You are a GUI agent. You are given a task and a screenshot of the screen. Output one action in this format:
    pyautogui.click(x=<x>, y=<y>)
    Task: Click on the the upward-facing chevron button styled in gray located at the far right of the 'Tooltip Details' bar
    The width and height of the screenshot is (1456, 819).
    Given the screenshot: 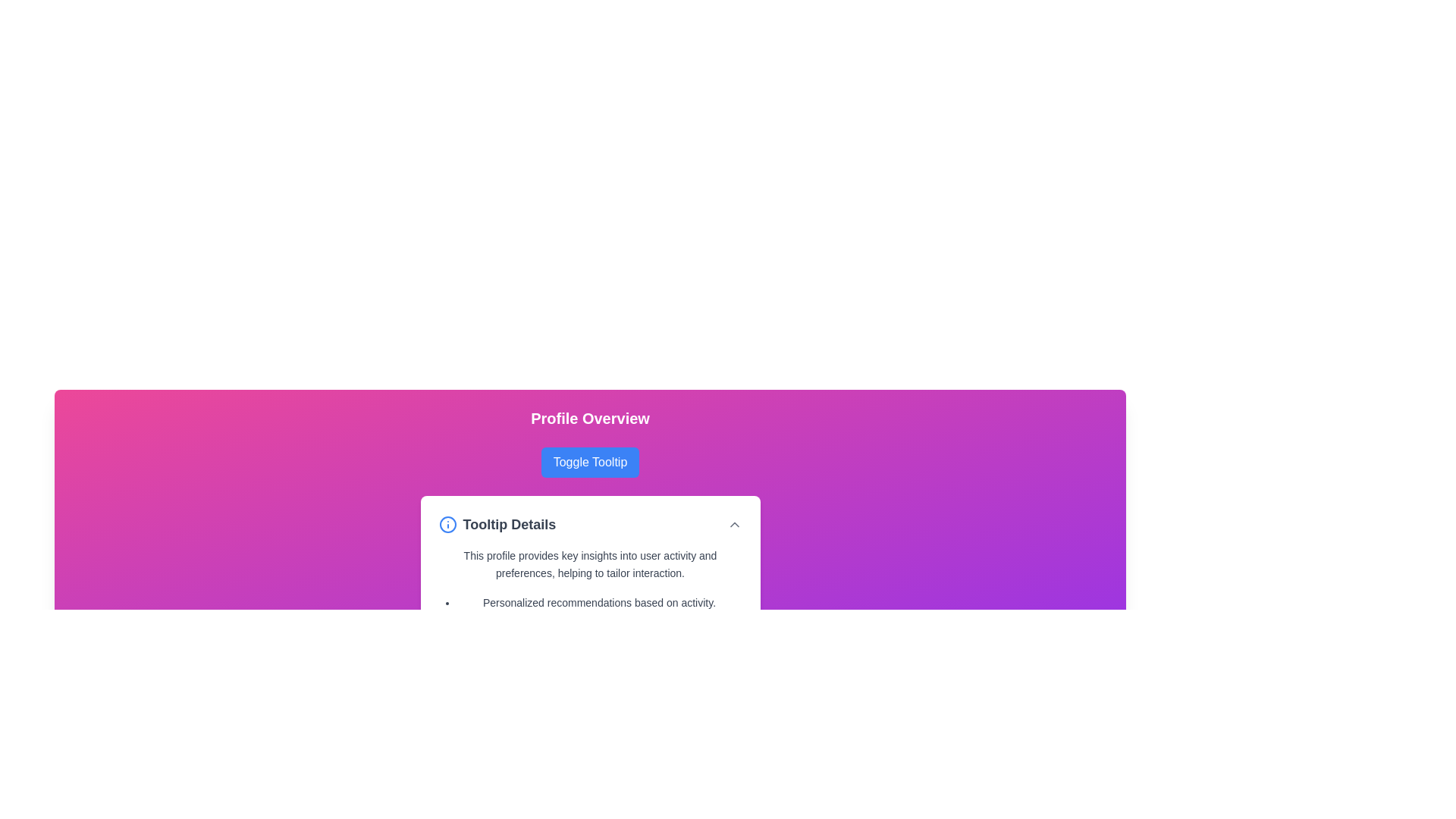 What is the action you would take?
    pyautogui.click(x=734, y=523)
    